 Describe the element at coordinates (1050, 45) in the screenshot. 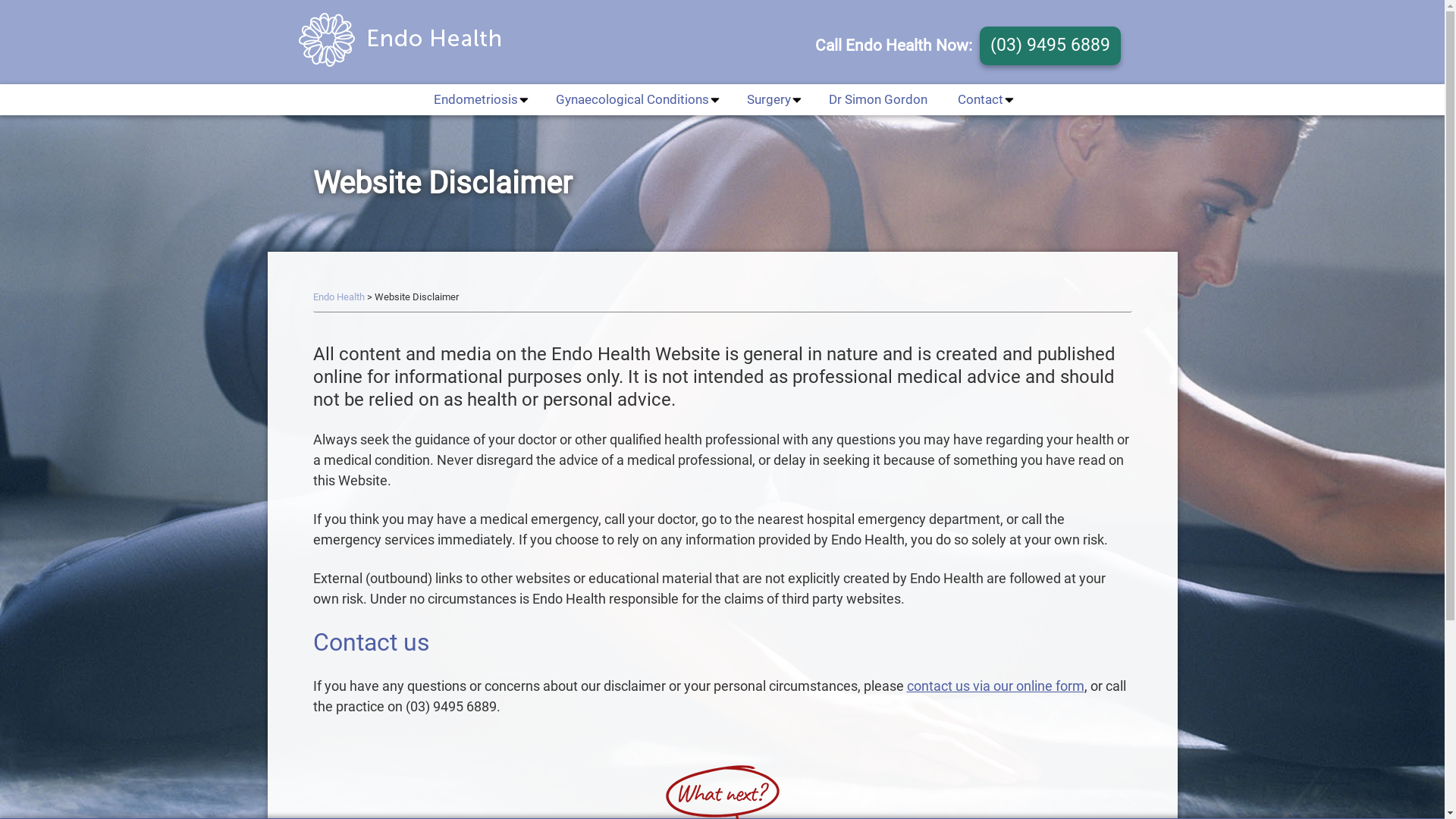

I see `'(03) 9495 6889'` at that location.